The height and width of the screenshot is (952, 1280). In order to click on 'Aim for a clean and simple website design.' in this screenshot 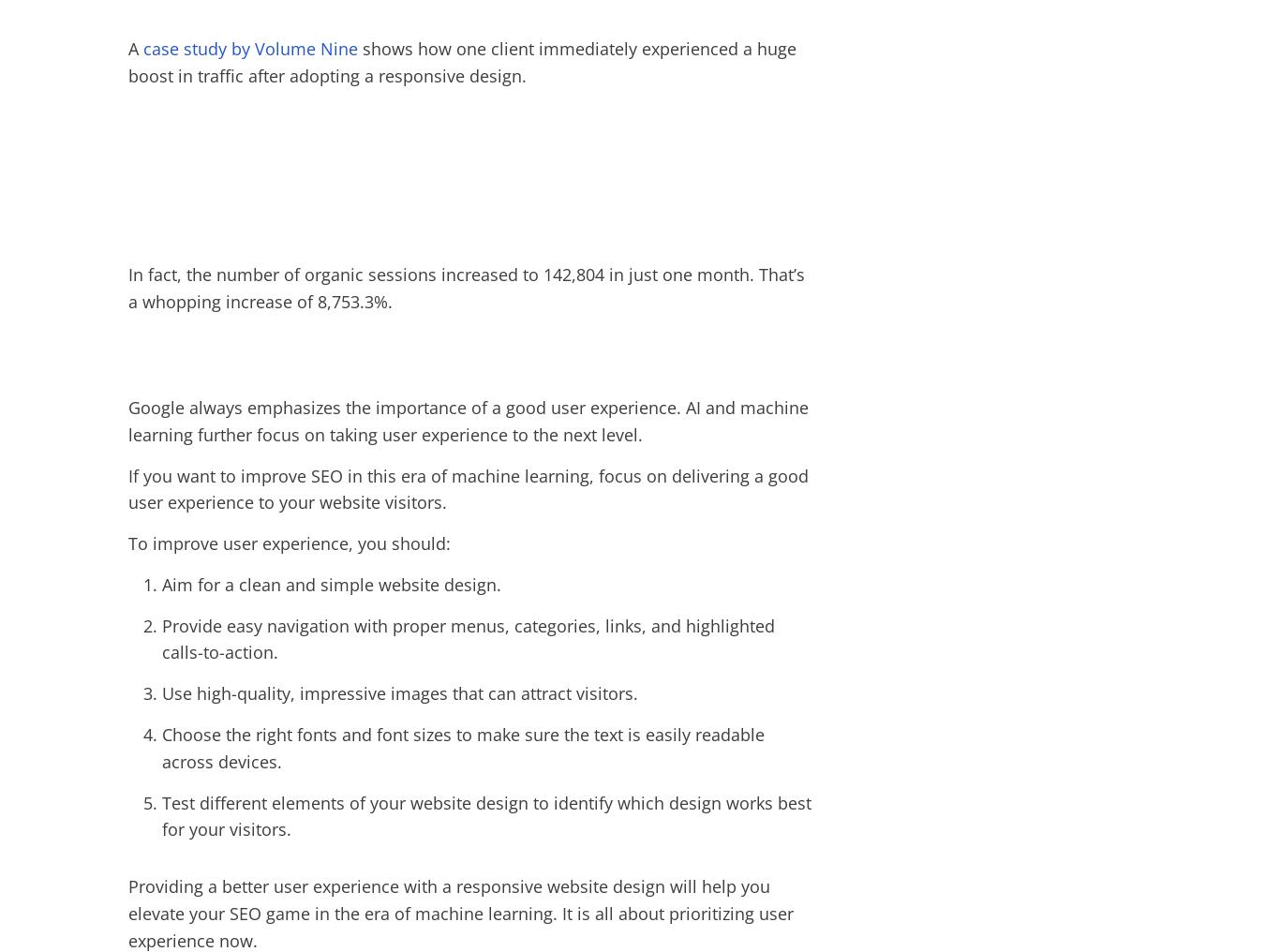, I will do `click(331, 584)`.